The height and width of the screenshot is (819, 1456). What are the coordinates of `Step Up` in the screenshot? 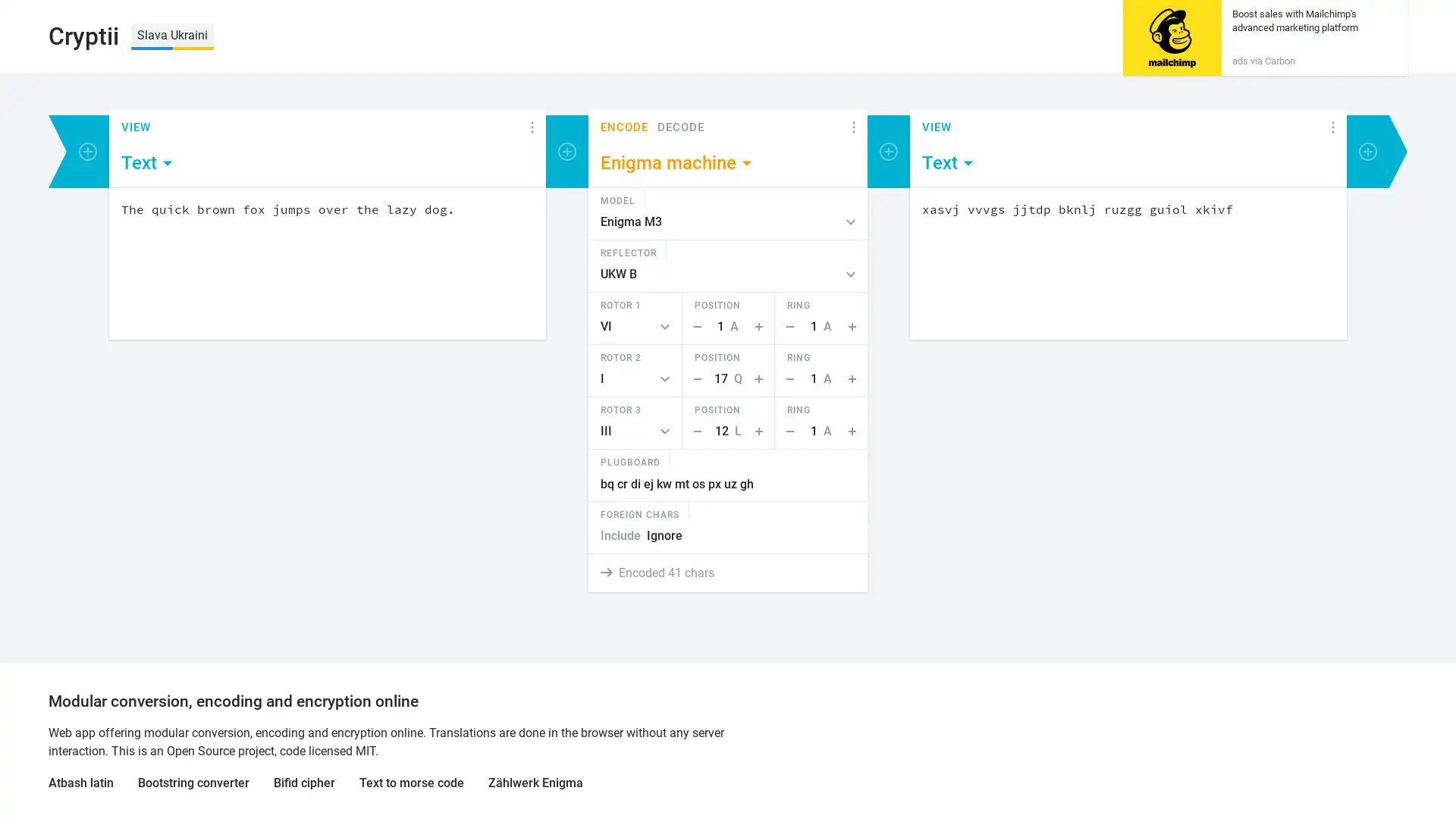 It's located at (855, 431).